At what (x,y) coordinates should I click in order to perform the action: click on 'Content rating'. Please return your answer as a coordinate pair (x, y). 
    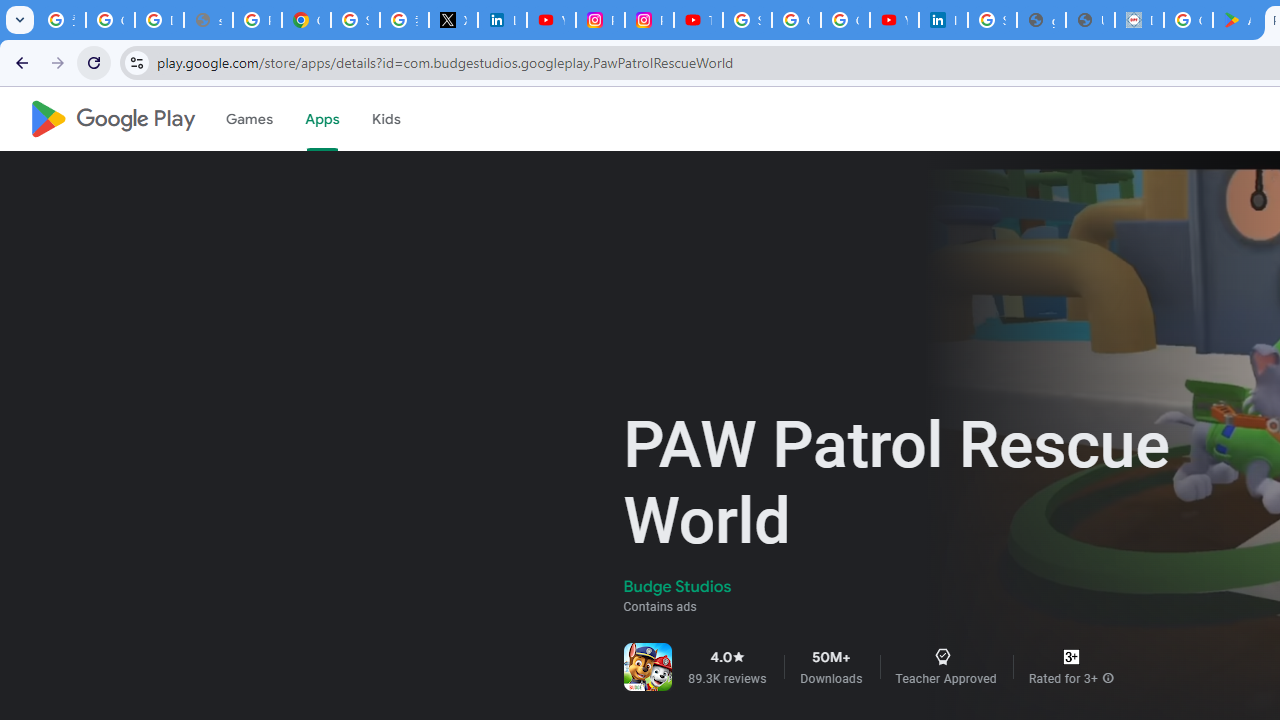
    Looking at the image, I should click on (1070, 657).